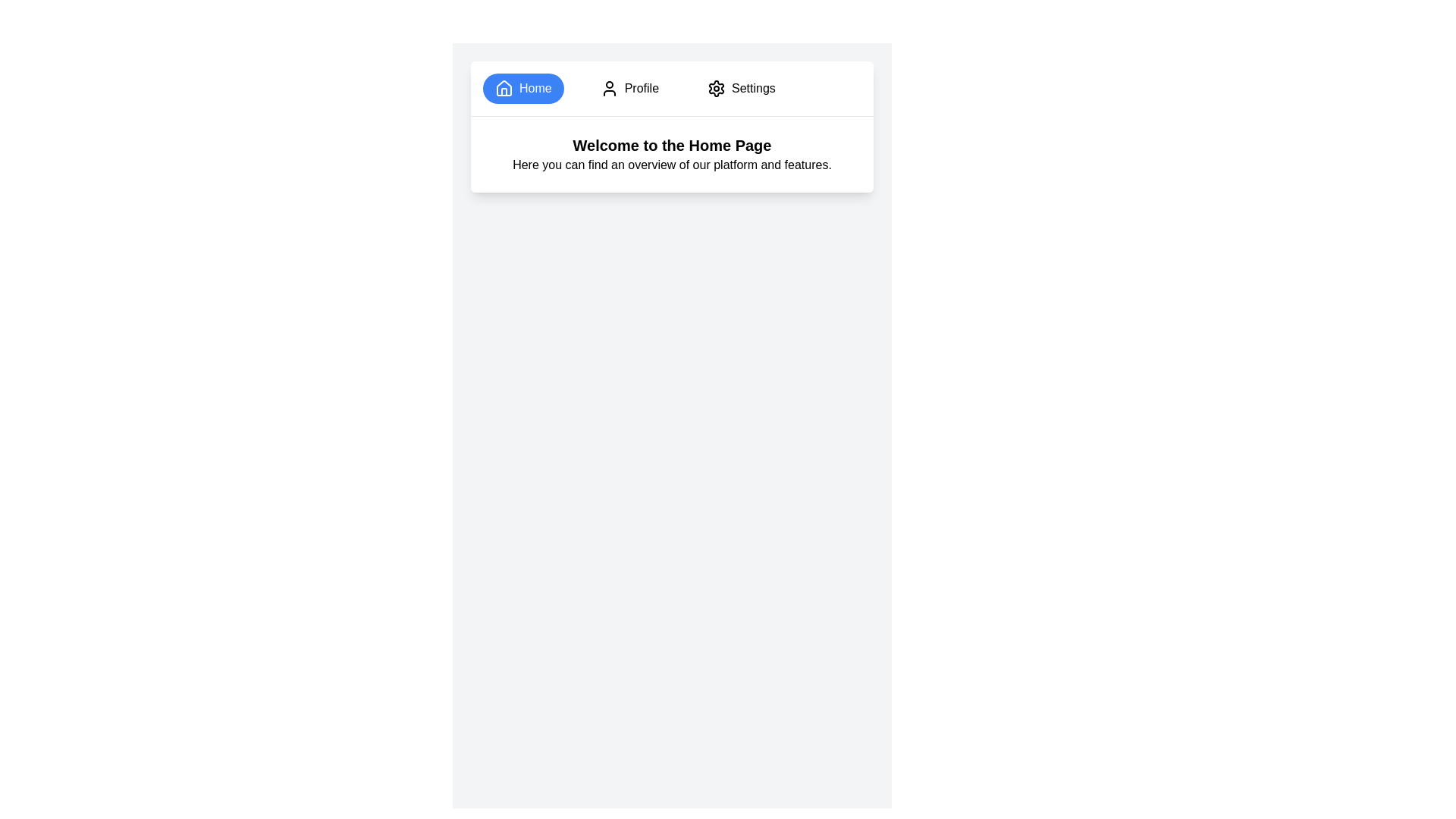 This screenshot has height=819, width=1456. Describe the element at coordinates (535, 88) in the screenshot. I see `the 'Home' text label, which is styled with white text on a blue background and is part of a navigation bar` at that location.